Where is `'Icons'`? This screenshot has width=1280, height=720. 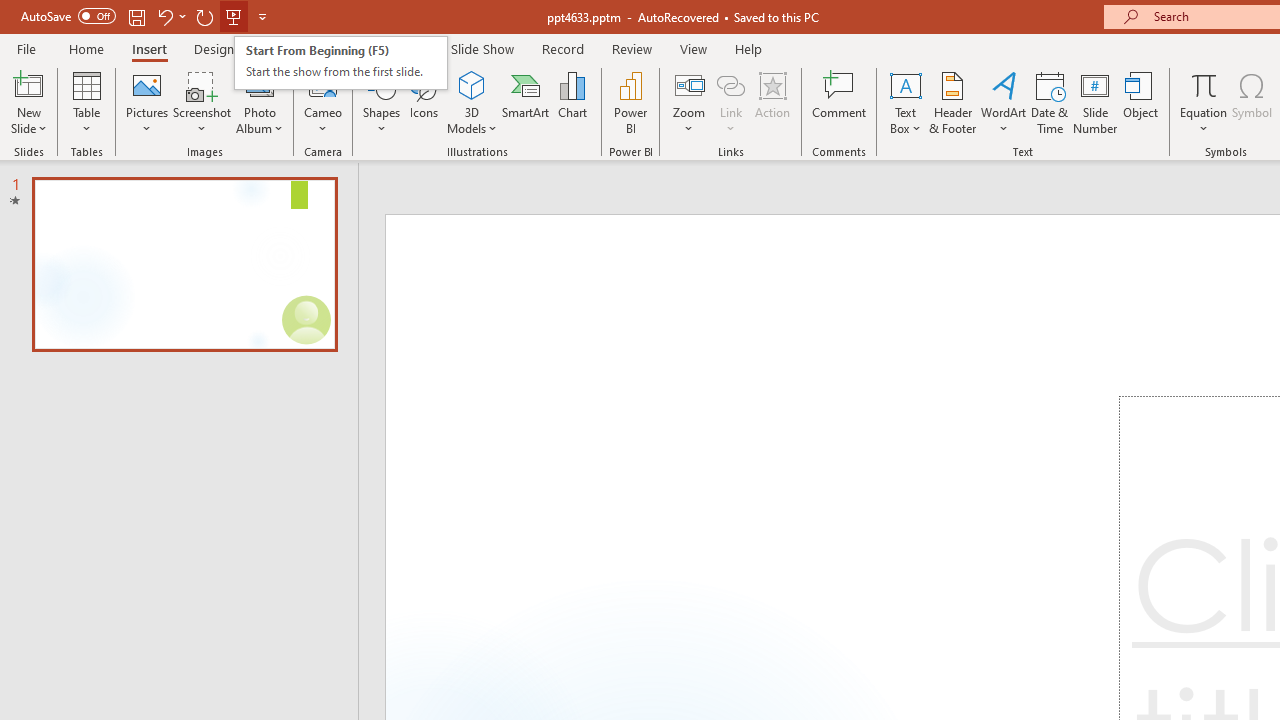
'Icons' is located at coordinates (423, 103).